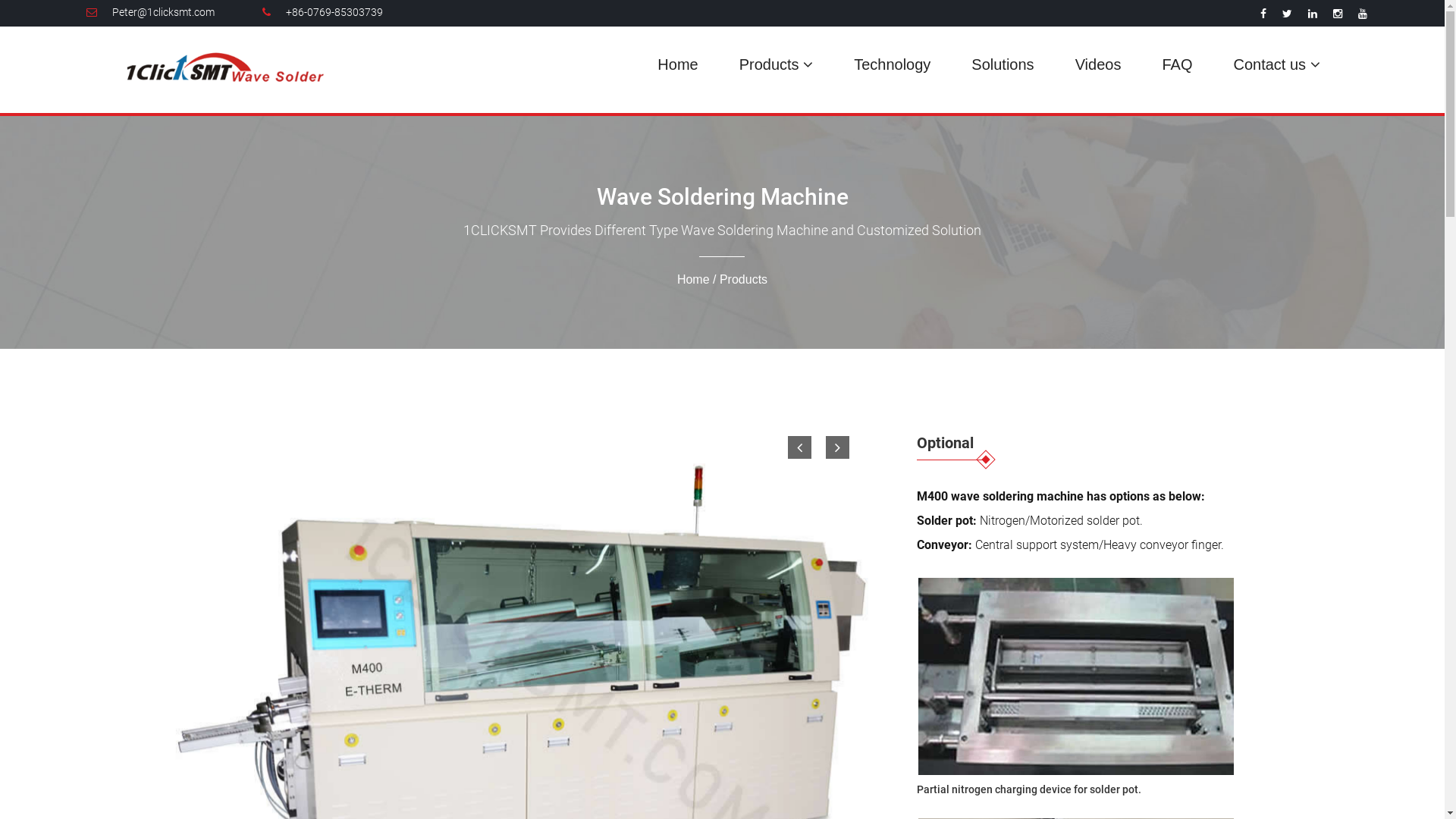 The image size is (1456, 819). Describe the element at coordinates (1357, 14) in the screenshot. I see `'Youtube'` at that location.